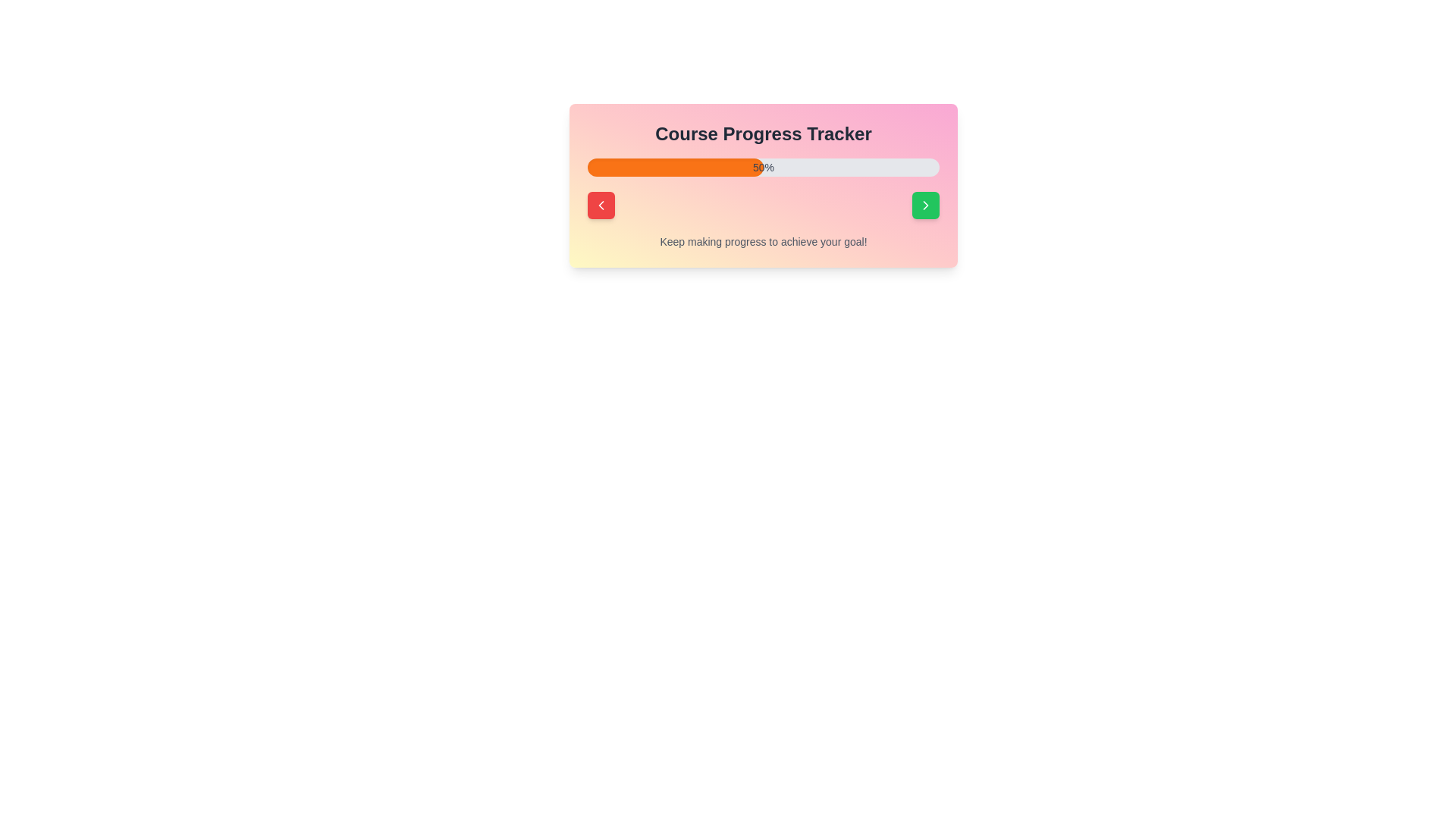 Image resolution: width=1456 pixels, height=819 pixels. Describe the element at coordinates (600, 205) in the screenshot. I see `the small leftward chevron arrow icon, which is styled in a minimalistic line design and is located inside the red circular button to the left of the progress bar` at that location.